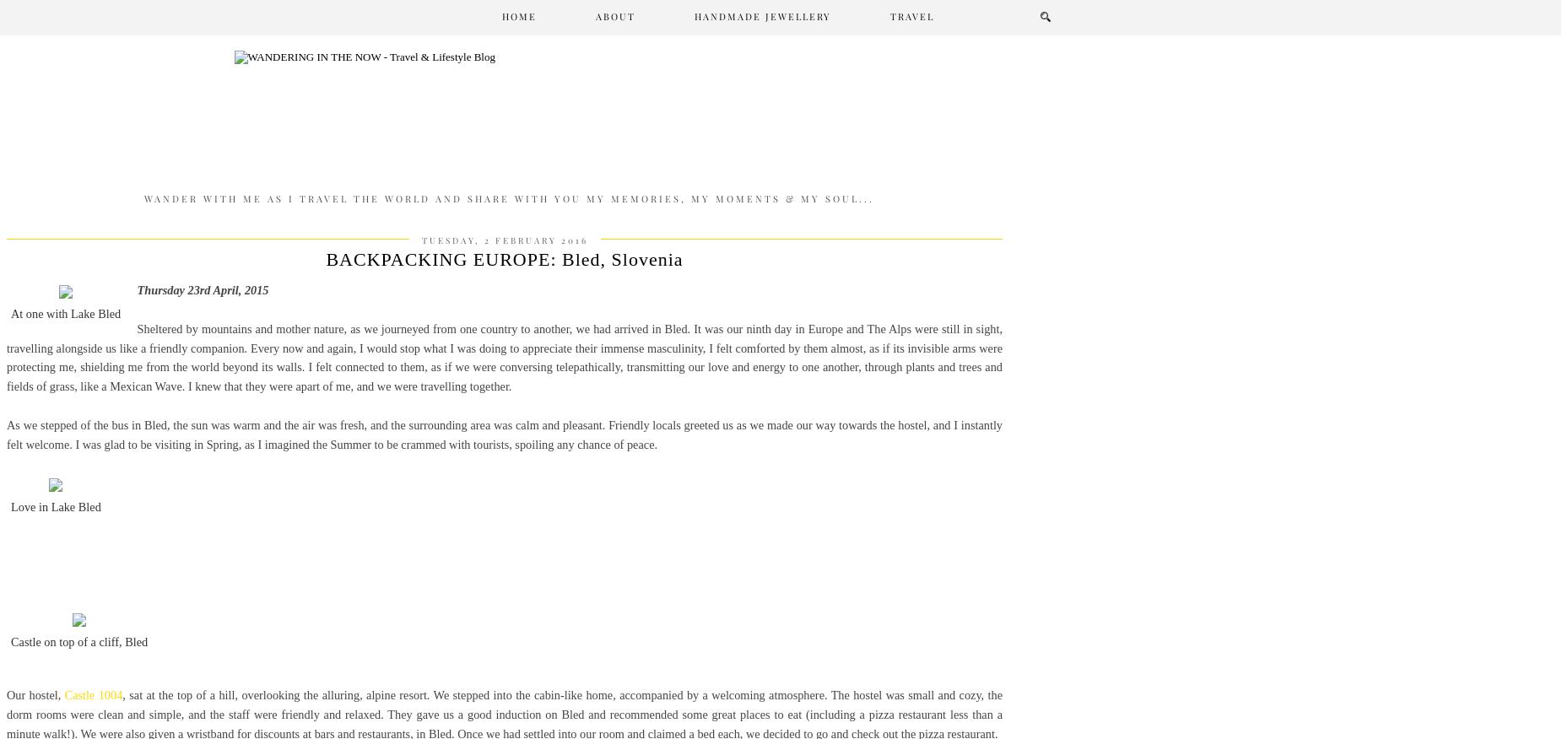 This screenshot has width=1568, height=739. I want to click on 'BACKPACKING EUROPE: Bled, Slovenia', so click(503, 259).